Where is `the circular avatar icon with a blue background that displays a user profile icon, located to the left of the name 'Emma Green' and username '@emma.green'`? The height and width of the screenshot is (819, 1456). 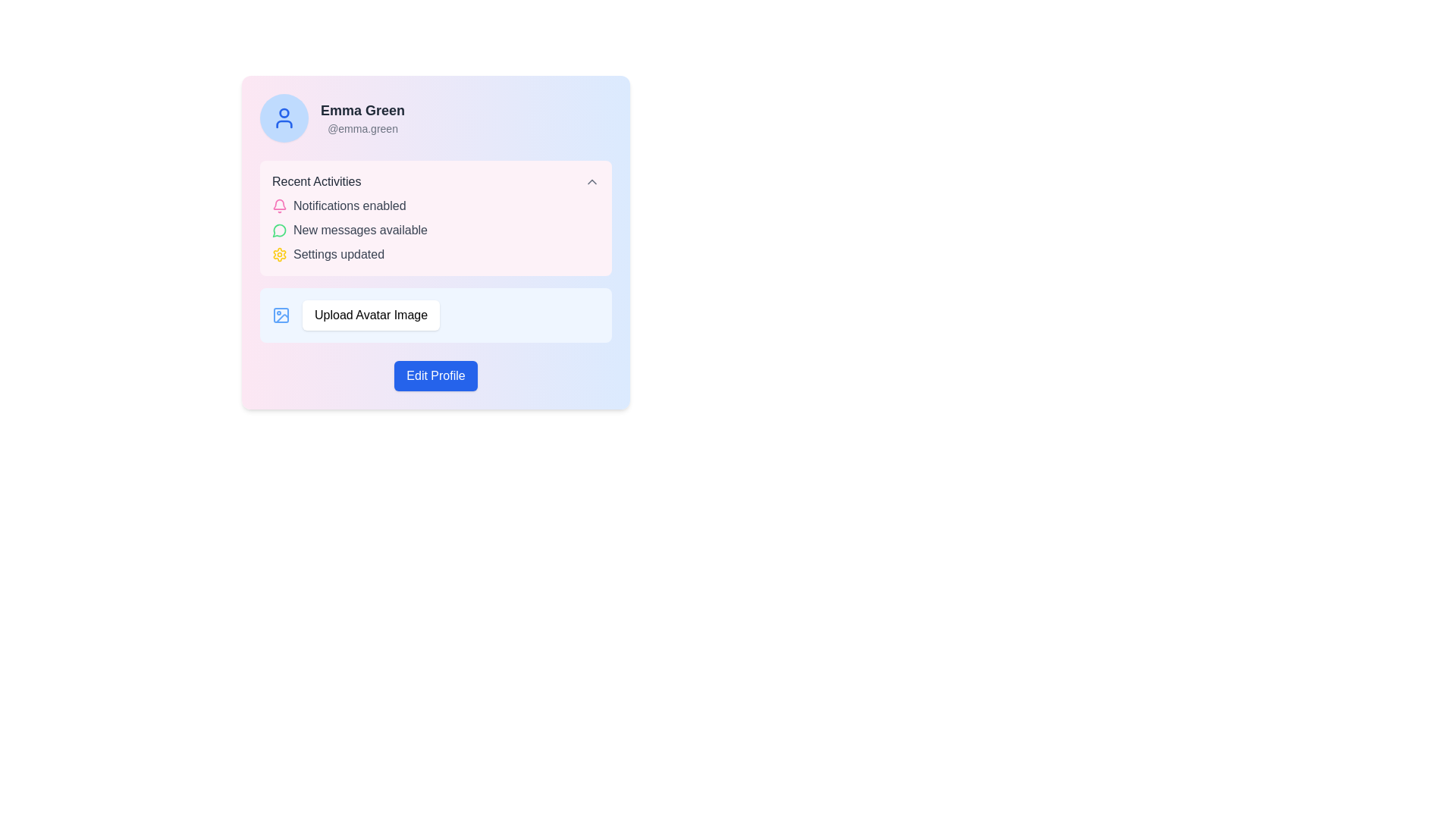
the circular avatar icon with a blue background that displays a user profile icon, located to the left of the name 'Emma Green' and username '@emma.green' is located at coordinates (284, 117).